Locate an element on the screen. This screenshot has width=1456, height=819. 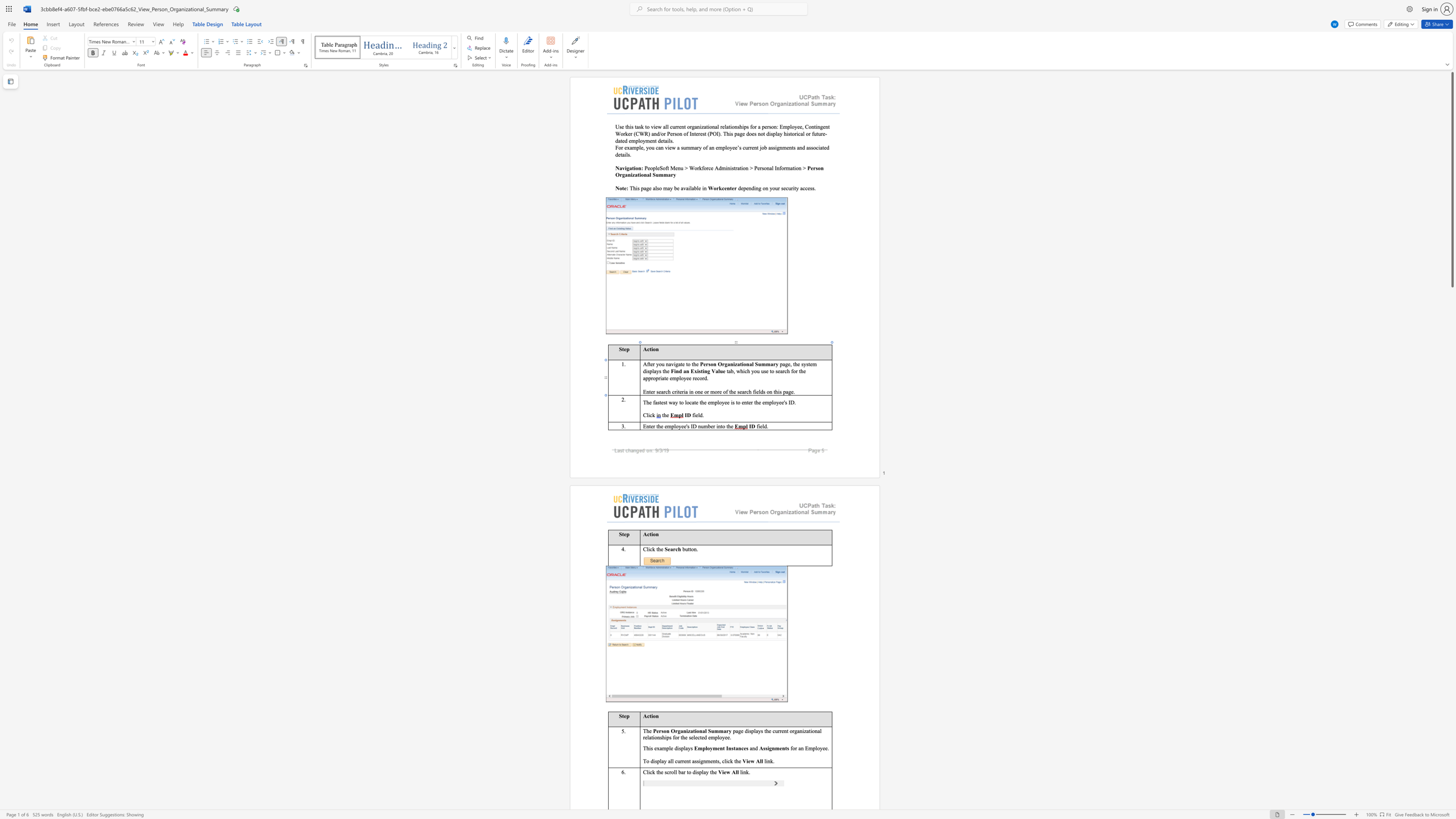
the space between the continuous character "s" and "s" in the text is located at coordinates (765, 747).